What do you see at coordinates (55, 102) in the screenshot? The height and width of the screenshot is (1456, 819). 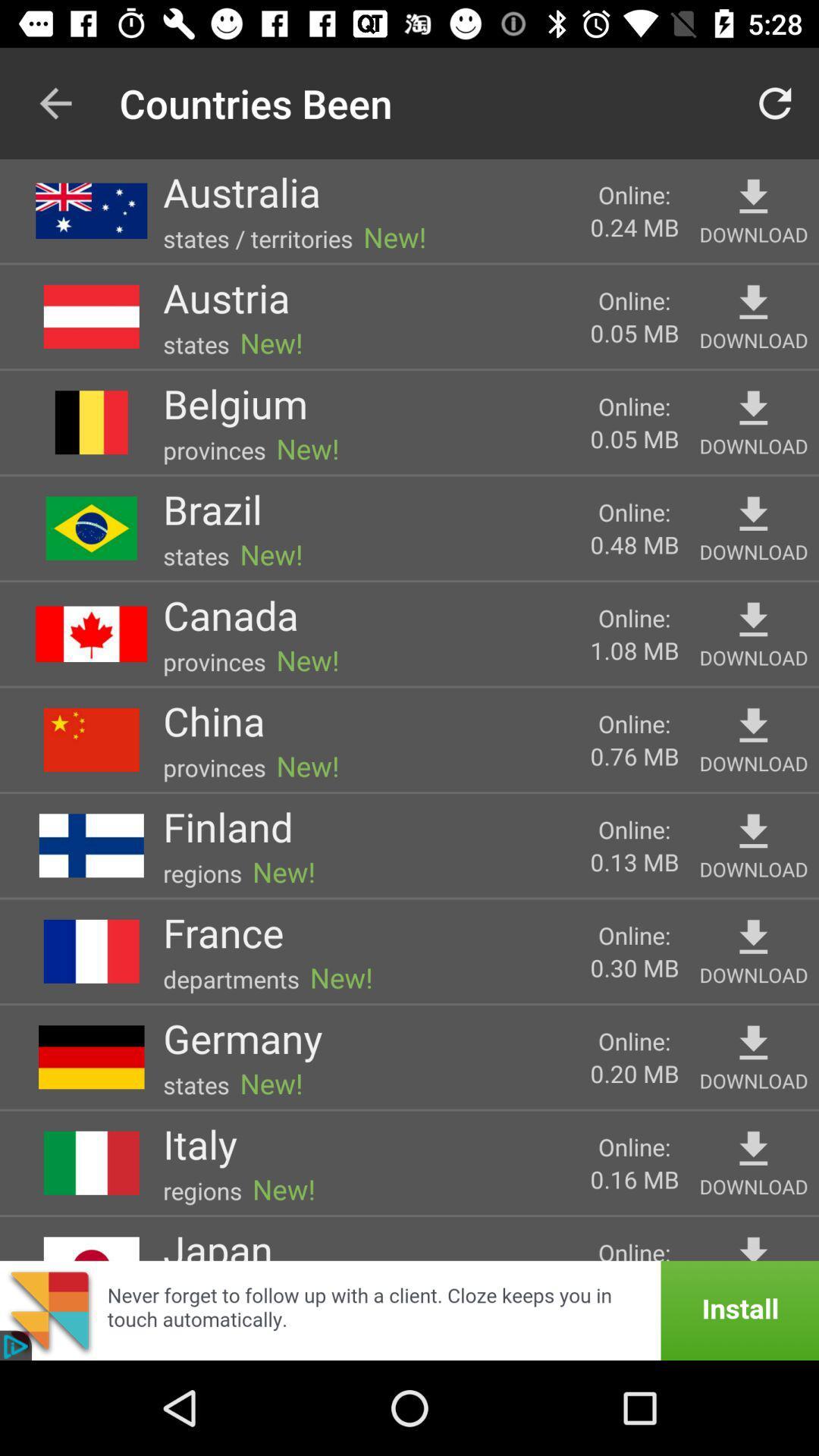 I see `the icon next to countries been app` at bounding box center [55, 102].